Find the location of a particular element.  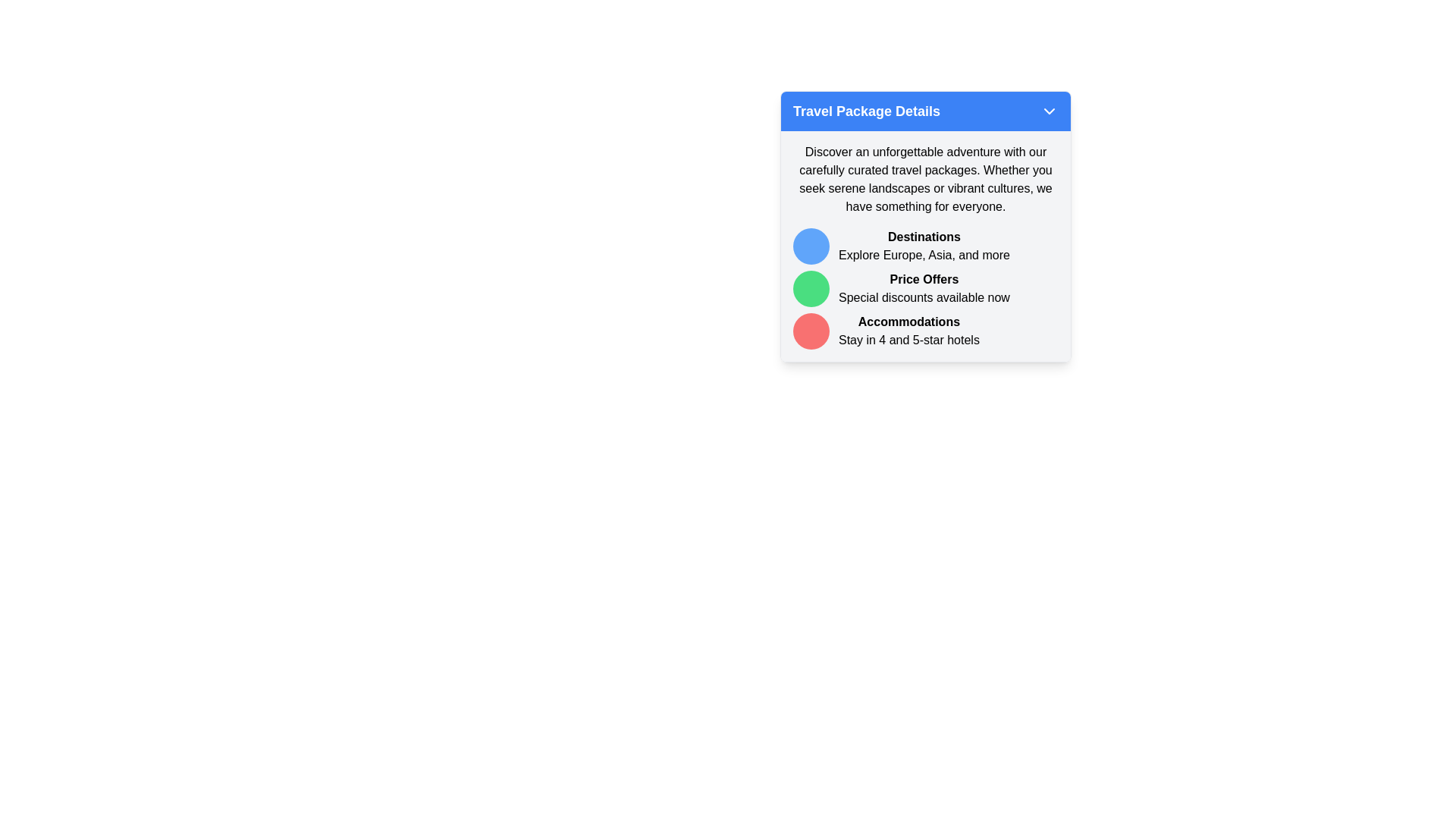

the travel package details section is located at coordinates (924, 289).